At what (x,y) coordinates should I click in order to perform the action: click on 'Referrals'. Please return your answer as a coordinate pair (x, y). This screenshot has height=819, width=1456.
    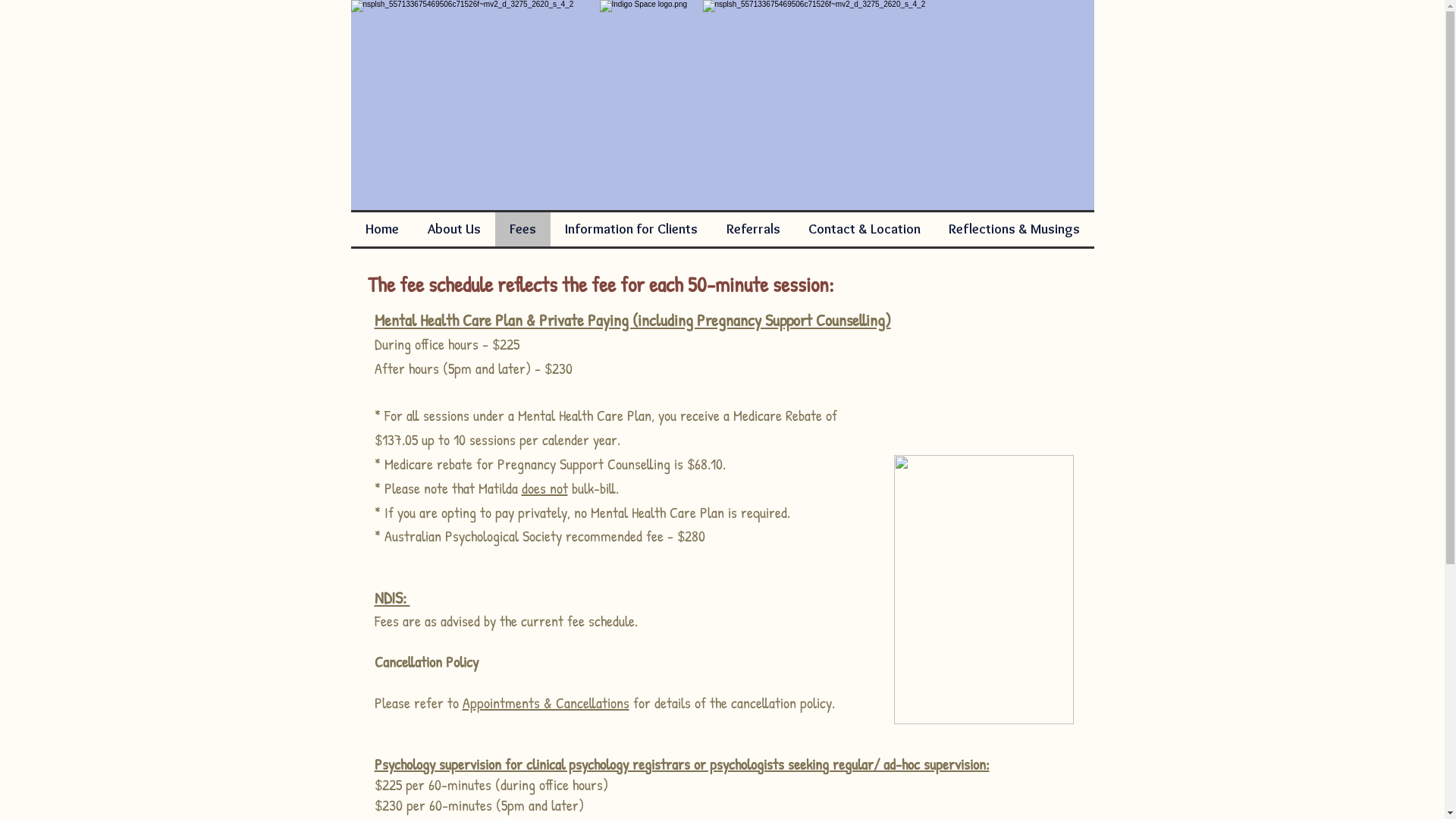
    Looking at the image, I should click on (752, 229).